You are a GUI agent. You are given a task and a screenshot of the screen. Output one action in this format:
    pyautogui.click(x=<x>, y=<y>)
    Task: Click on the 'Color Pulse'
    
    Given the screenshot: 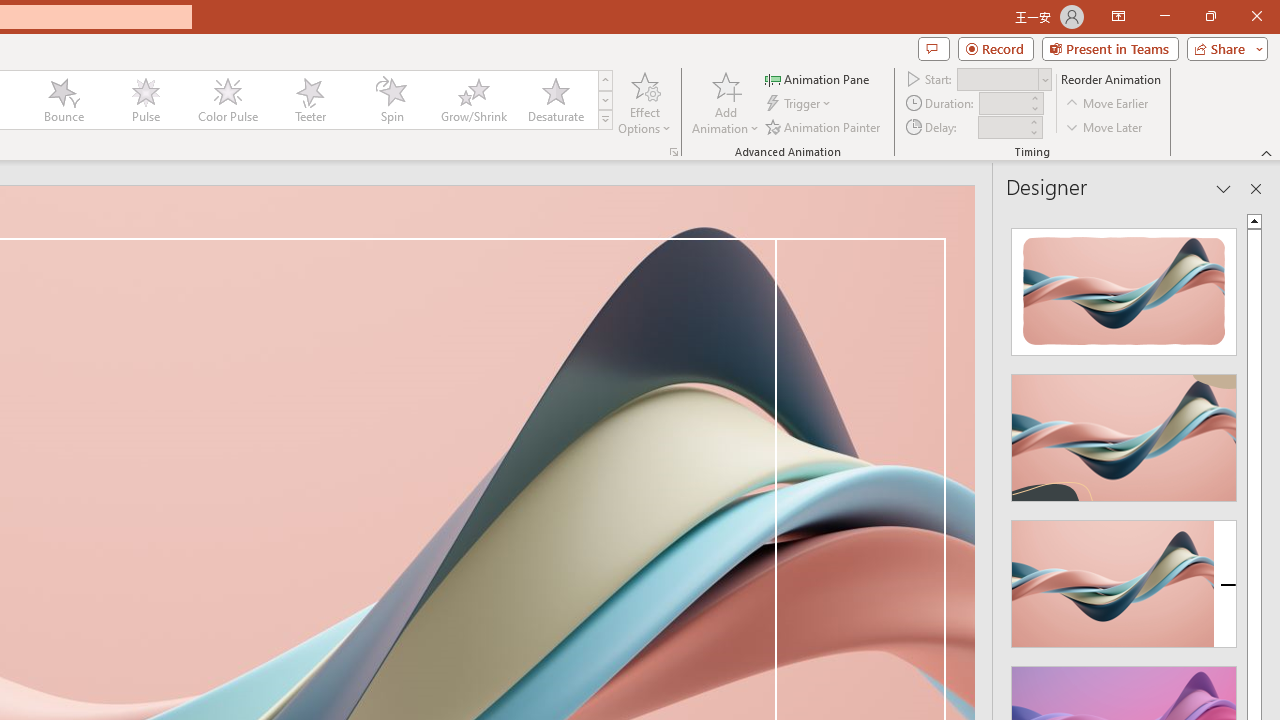 What is the action you would take?
    pyautogui.click(x=227, y=100)
    